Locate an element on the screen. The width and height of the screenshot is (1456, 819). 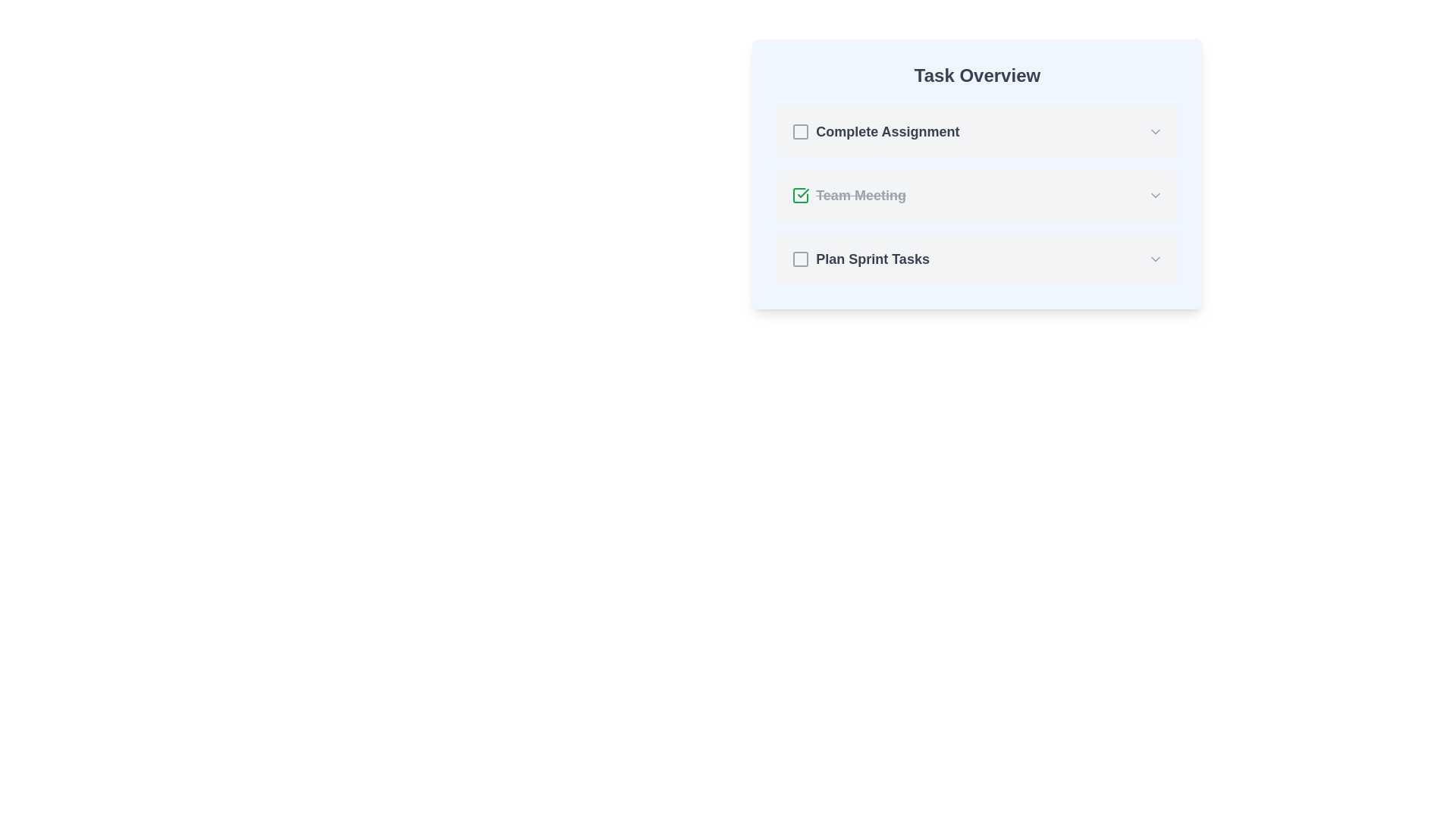
the square-shaped visual indicator or checkbox indicating the completion status of the task 'Complete Assignment' in the 'Task Overview' panel is located at coordinates (800, 130).